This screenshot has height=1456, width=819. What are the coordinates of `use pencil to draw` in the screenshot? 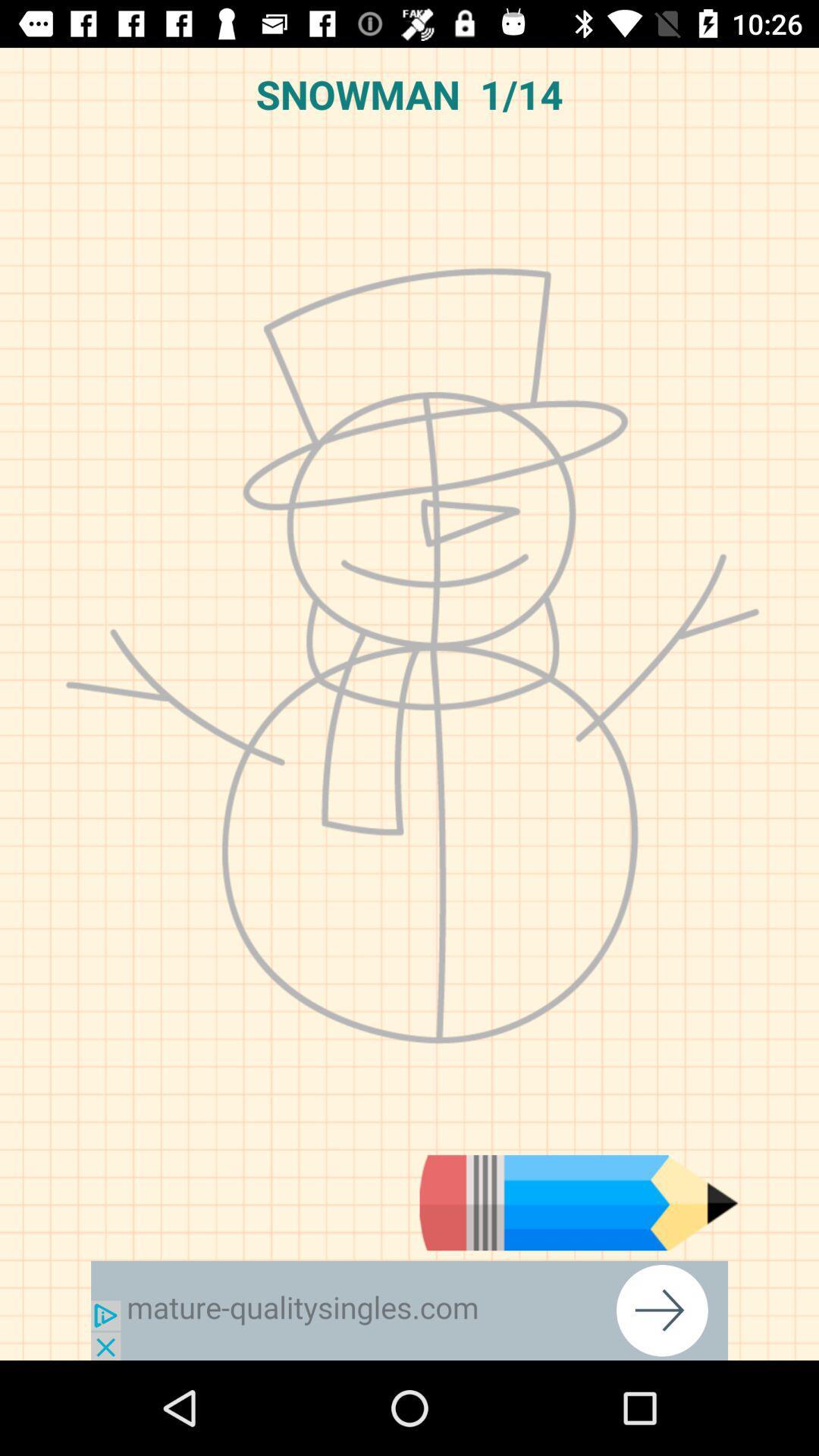 It's located at (579, 1202).